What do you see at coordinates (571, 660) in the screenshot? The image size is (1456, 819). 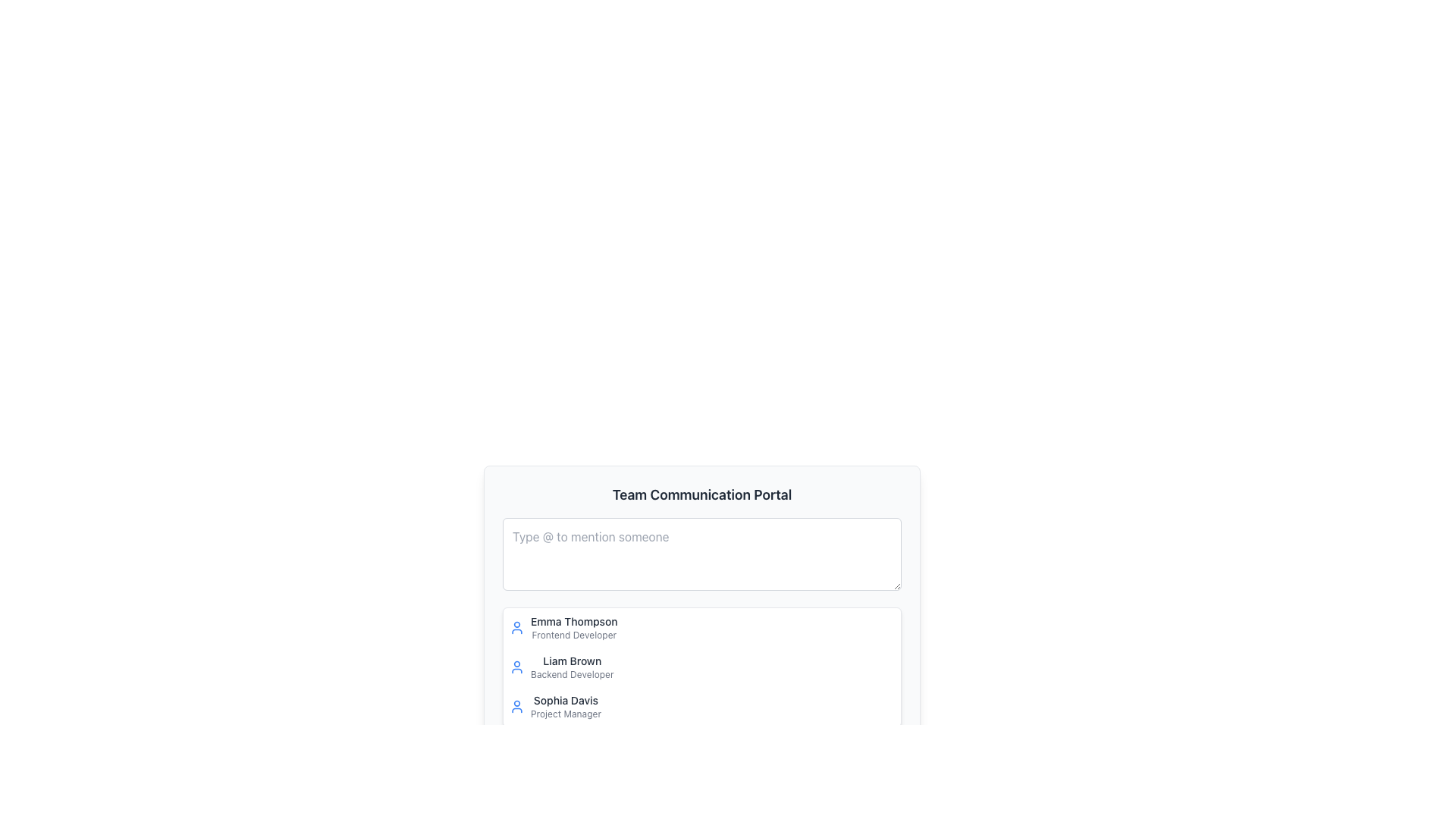 I see `the label identifying the name of the team member, which is positioned above 'Sophia Davis' and below 'Emma Thompson' on the right side of the interface` at bounding box center [571, 660].